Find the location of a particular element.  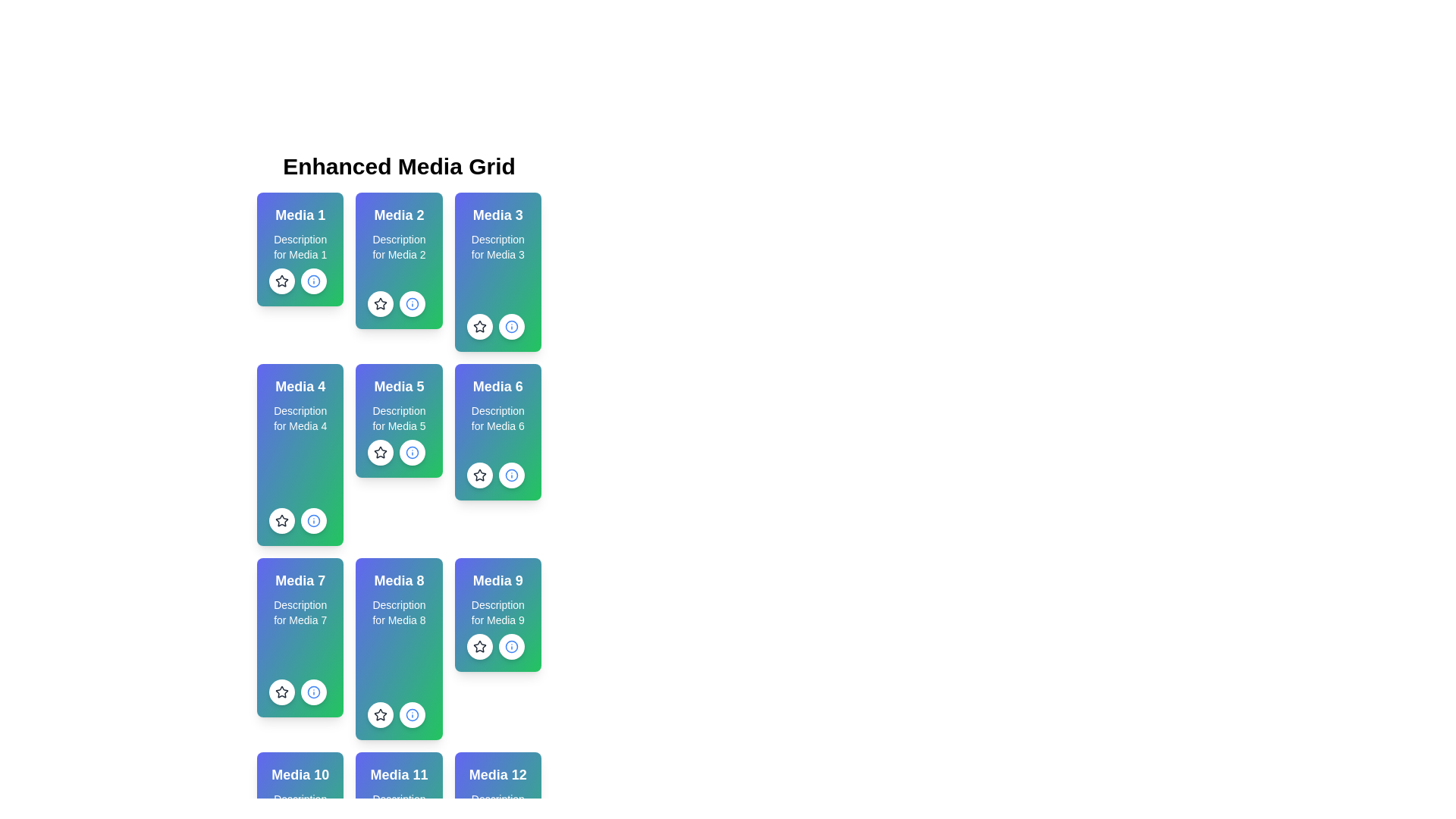

the star icon located in the lower-left corner of the 'Media 2' card is located at coordinates (381, 303).